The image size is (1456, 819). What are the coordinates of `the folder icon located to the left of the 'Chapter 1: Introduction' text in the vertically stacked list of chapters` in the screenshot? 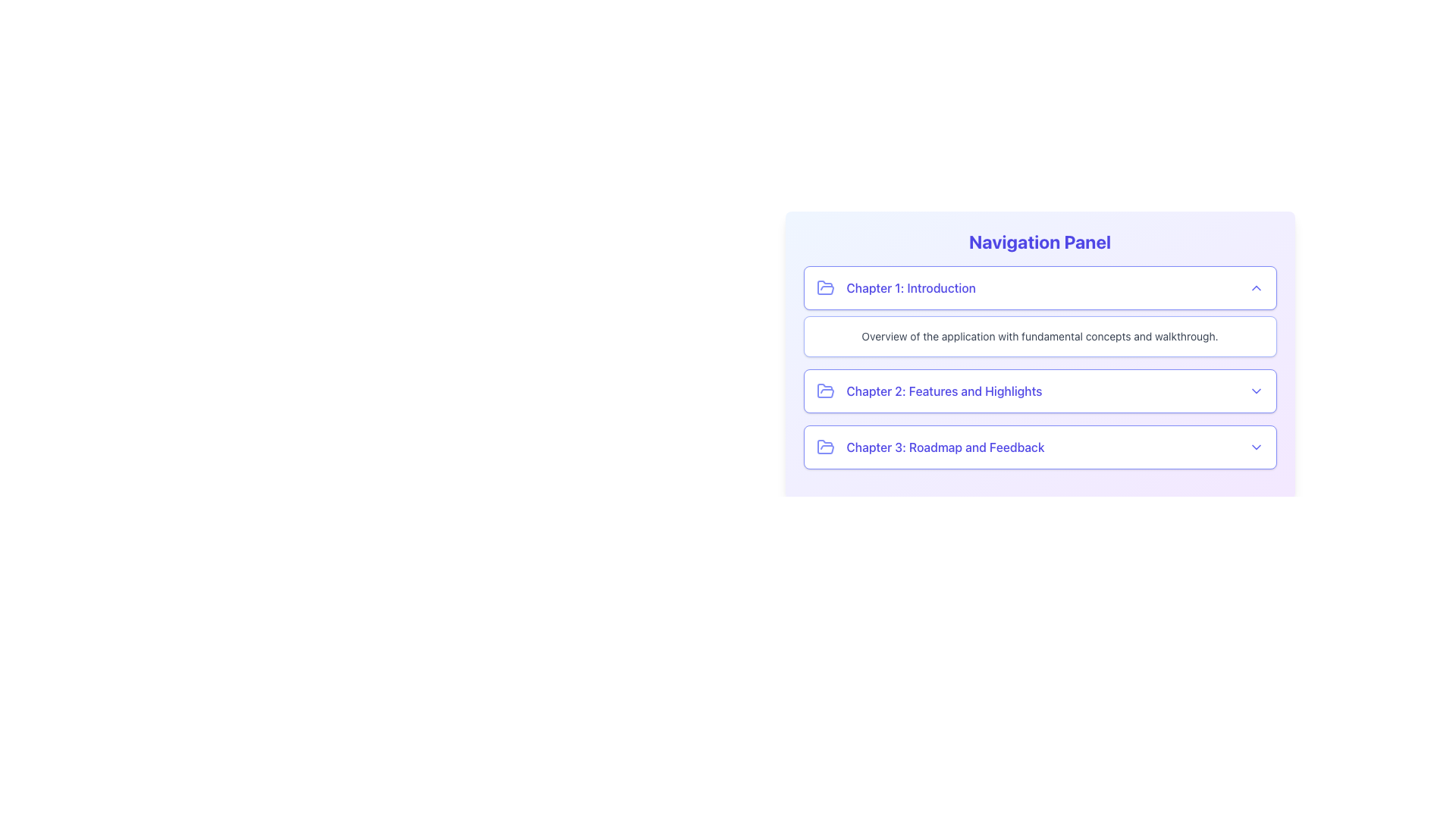 It's located at (824, 288).